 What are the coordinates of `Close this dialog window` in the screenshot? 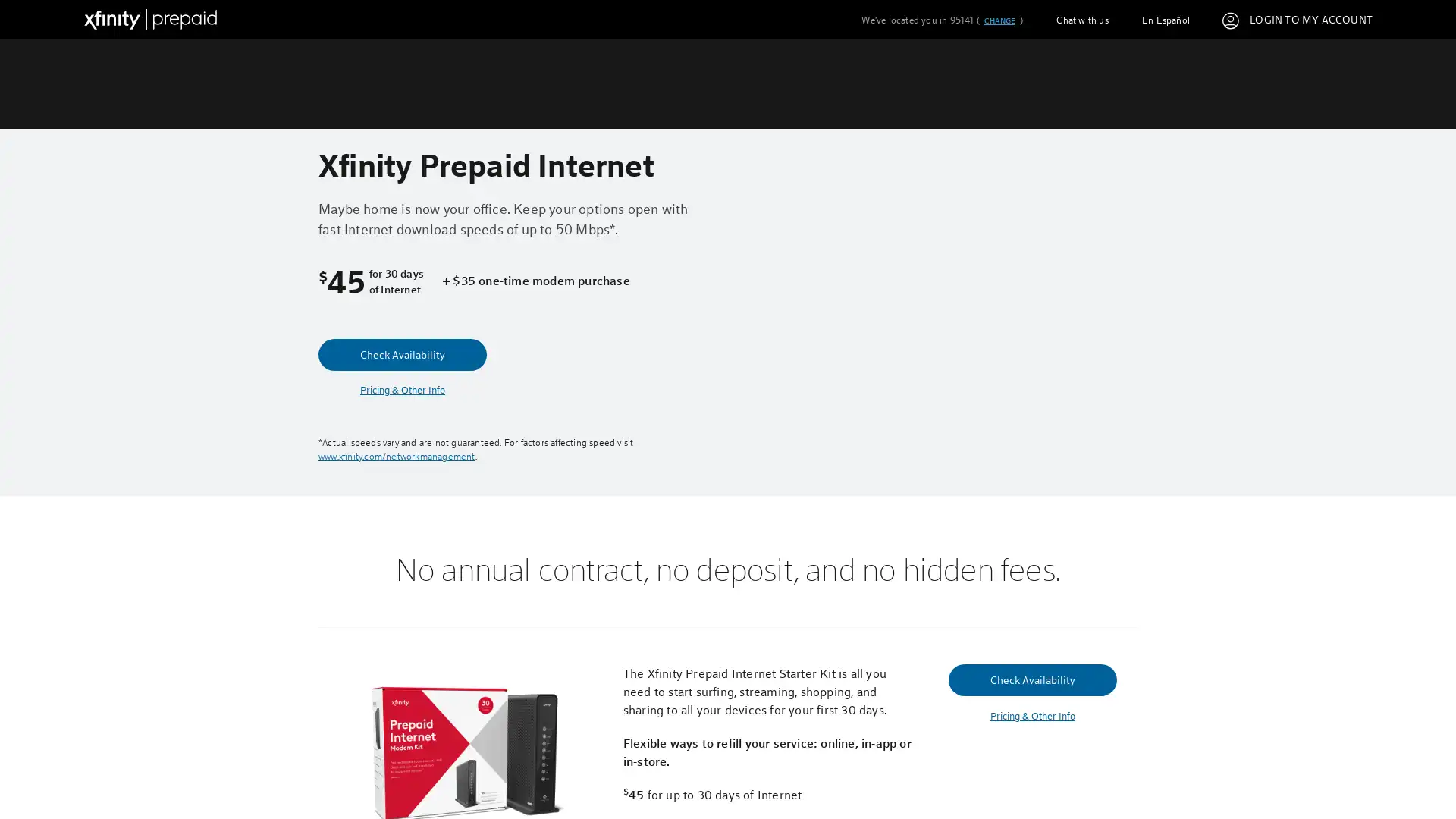 It's located at (1015, 352).